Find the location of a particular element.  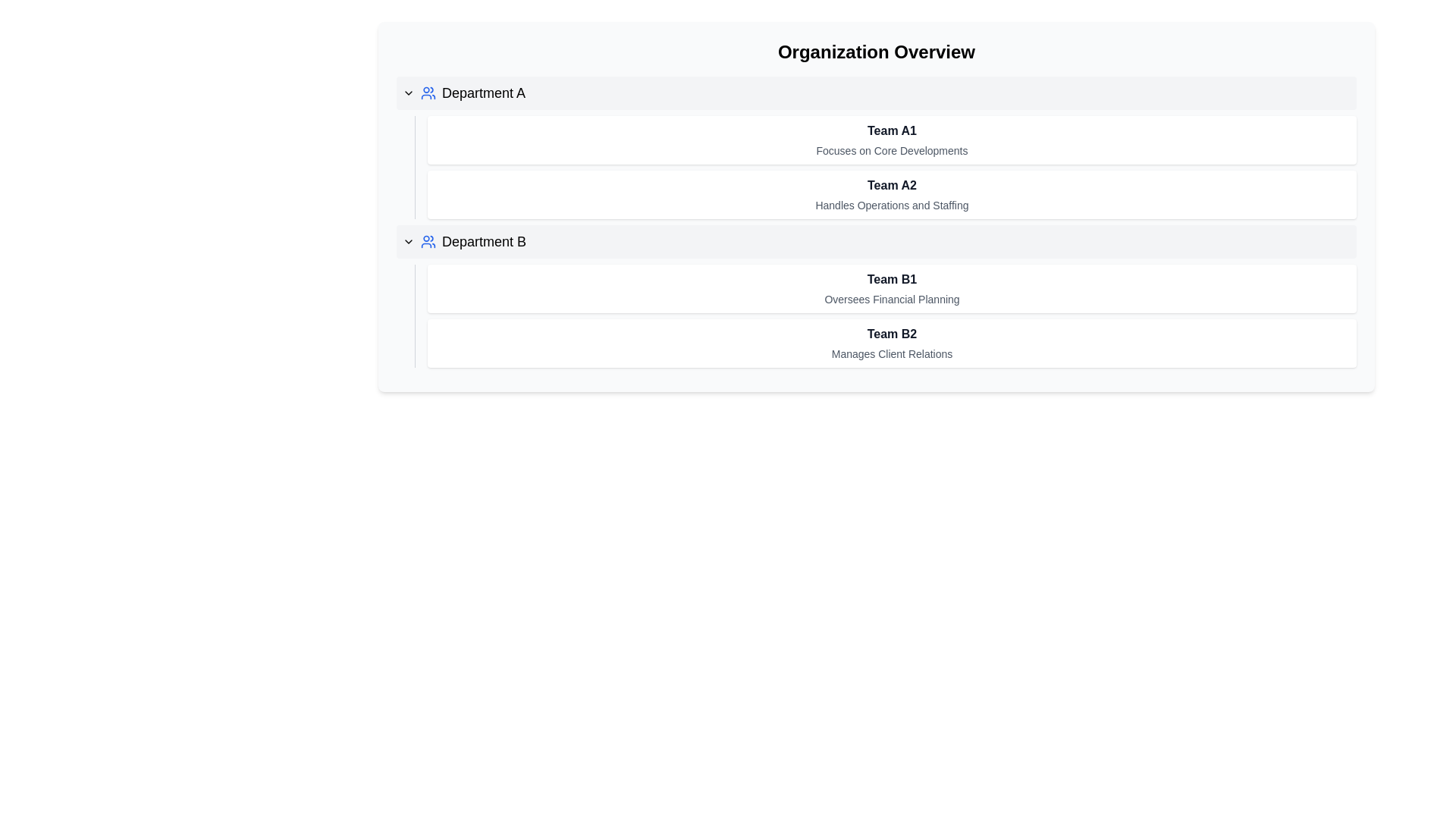

the blue vector graphic icon of two individuals in the 'Department A' section is located at coordinates (428, 93).